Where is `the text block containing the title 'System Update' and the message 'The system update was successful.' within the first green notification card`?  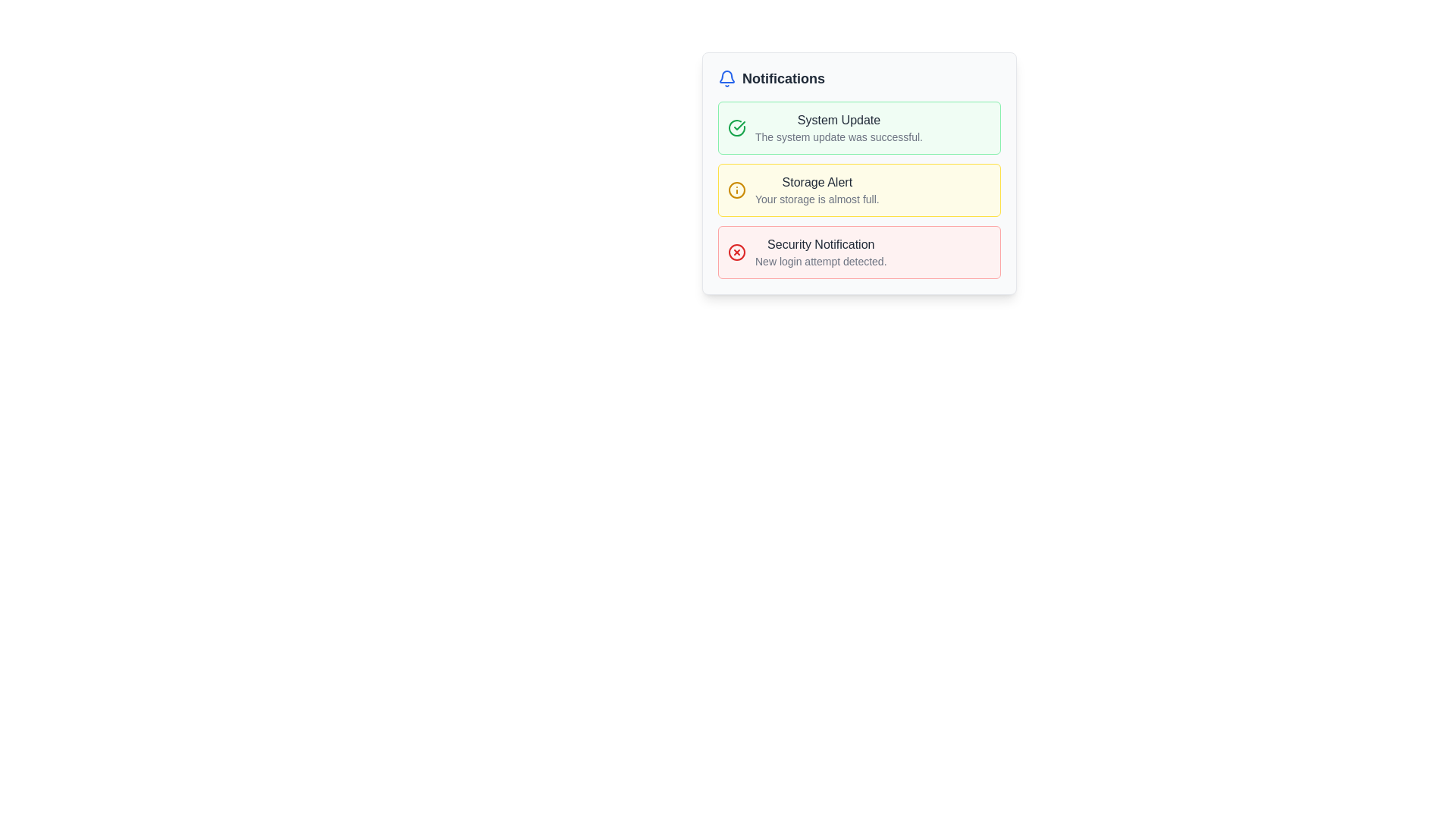 the text block containing the title 'System Update' and the message 'The system update was successful.' within the first green notification card is located at coordinates (838, 127).